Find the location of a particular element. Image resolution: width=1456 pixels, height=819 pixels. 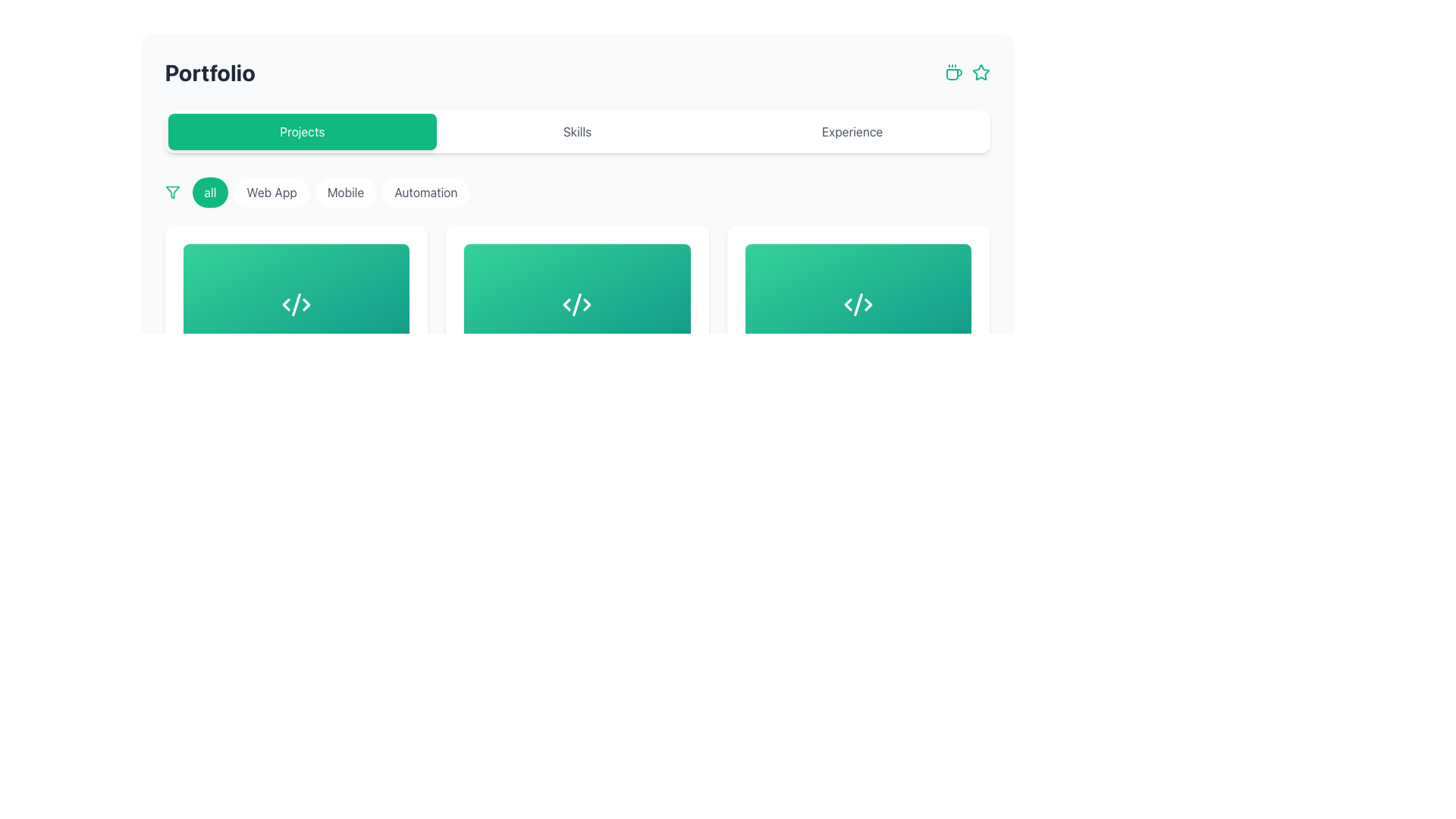

the card component that contains the right-pointing arrow icon, which is the last of three sibling elements within an SVG group is located at coordinates (306, 304).